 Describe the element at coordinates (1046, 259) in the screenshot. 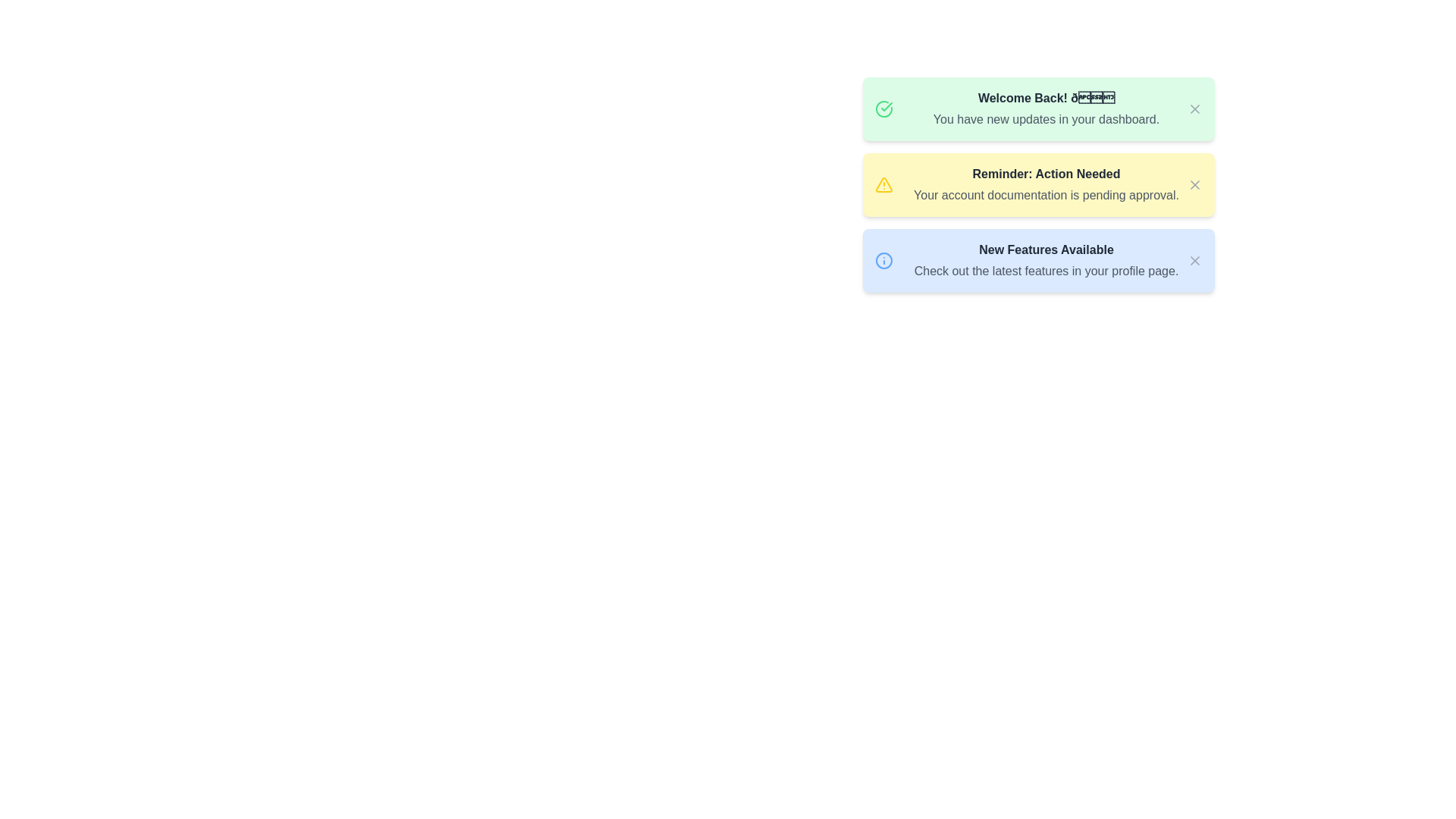

I see `description from the Text display component located at the bottom of the notification cards, which provides information about new features and directs the user to the profile page` at that location.